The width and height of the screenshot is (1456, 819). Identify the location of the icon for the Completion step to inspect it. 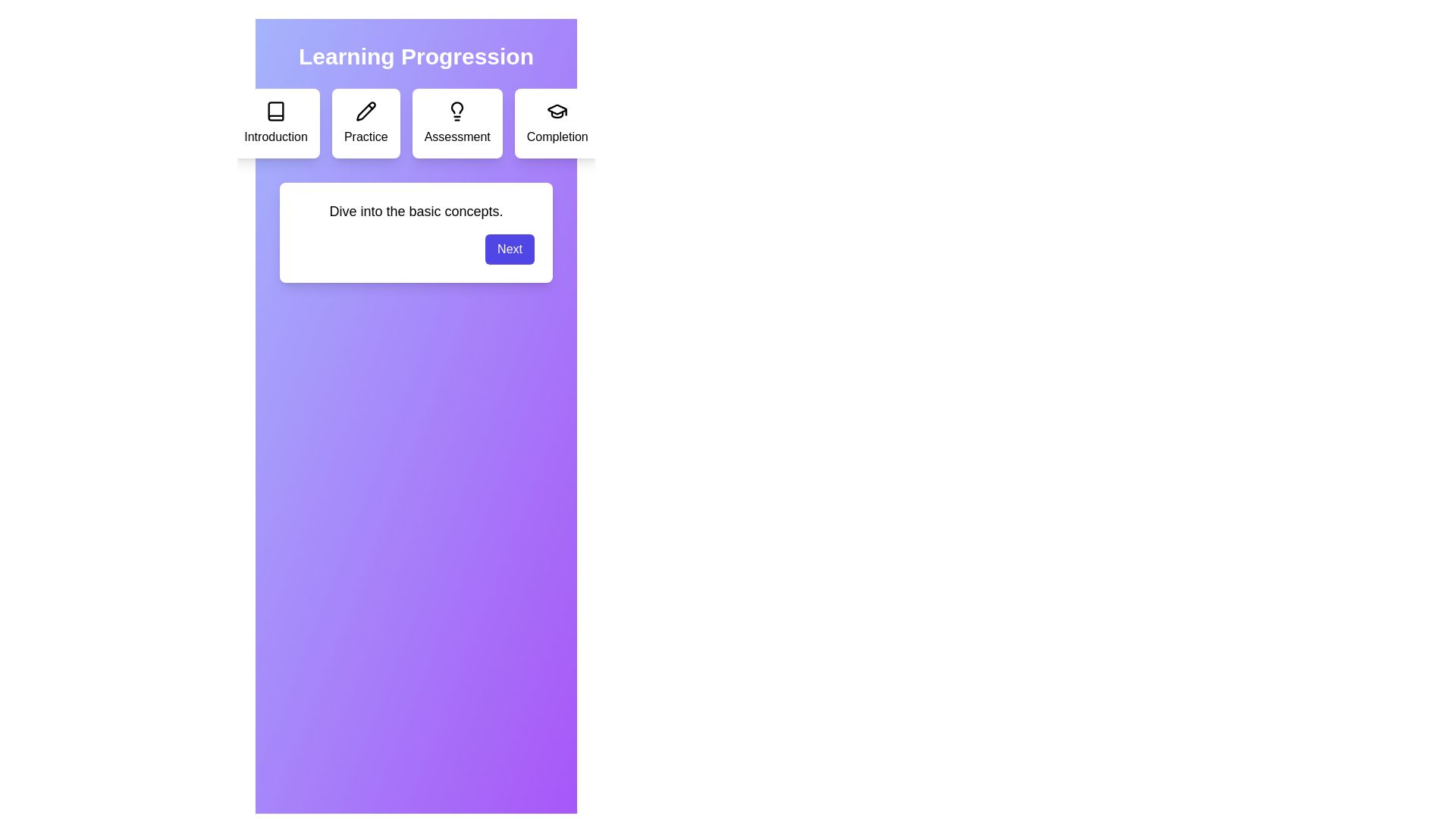
(557, 110).